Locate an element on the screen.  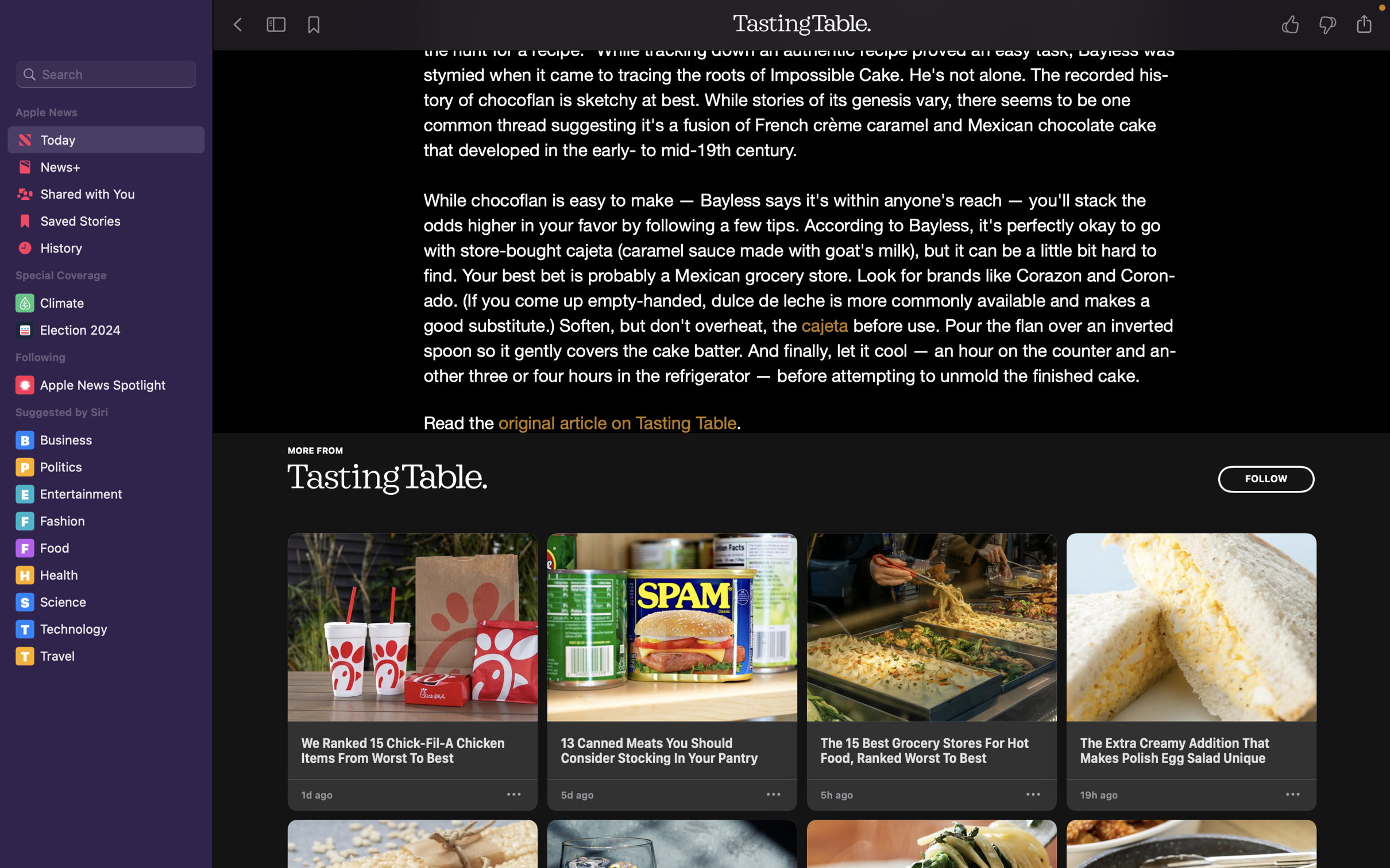
the options for the third story from Tasting Table is located at coordinates (1032, 795).